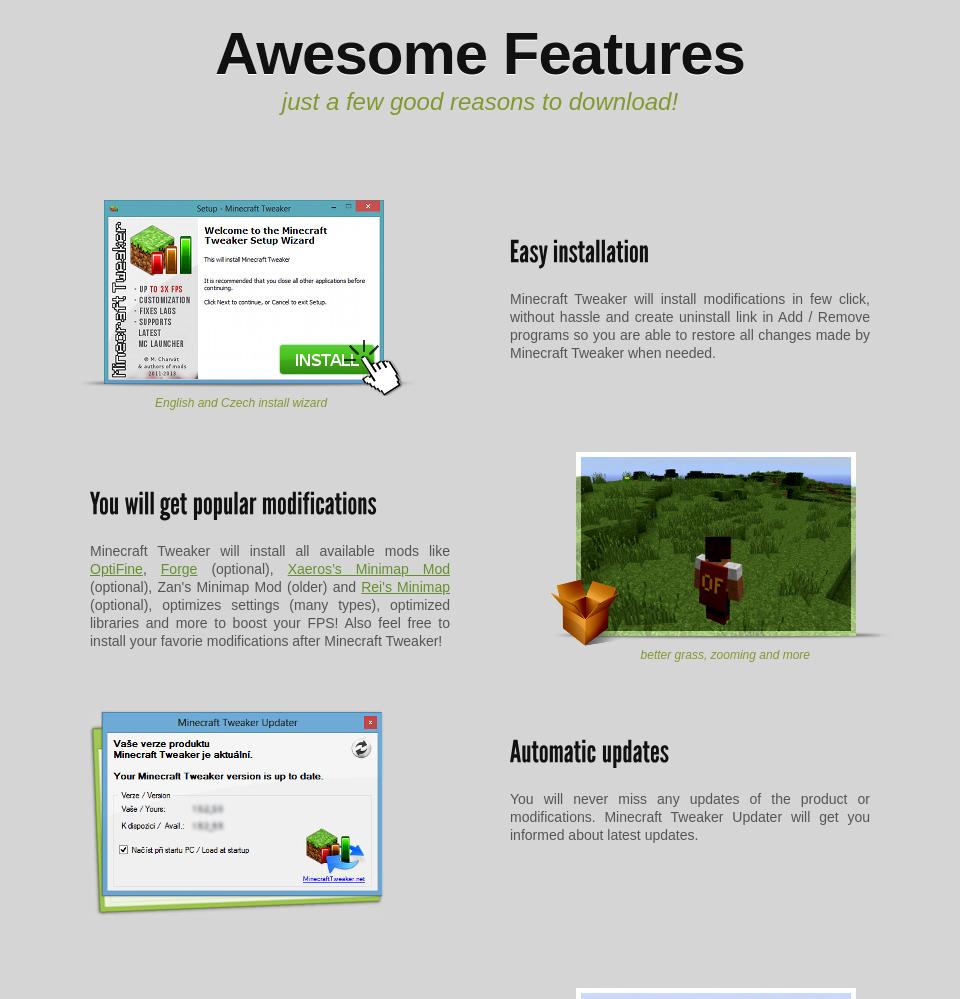 The height and width of the screenshot is (999, 960). What do you see at coordinates (690, 816) in the screenshot?
I see `'You will never miss any updates of the product or modifications. Minecraft Tweaker Updater will get you informed about latest updates.'` at bounding box center [690, 816].